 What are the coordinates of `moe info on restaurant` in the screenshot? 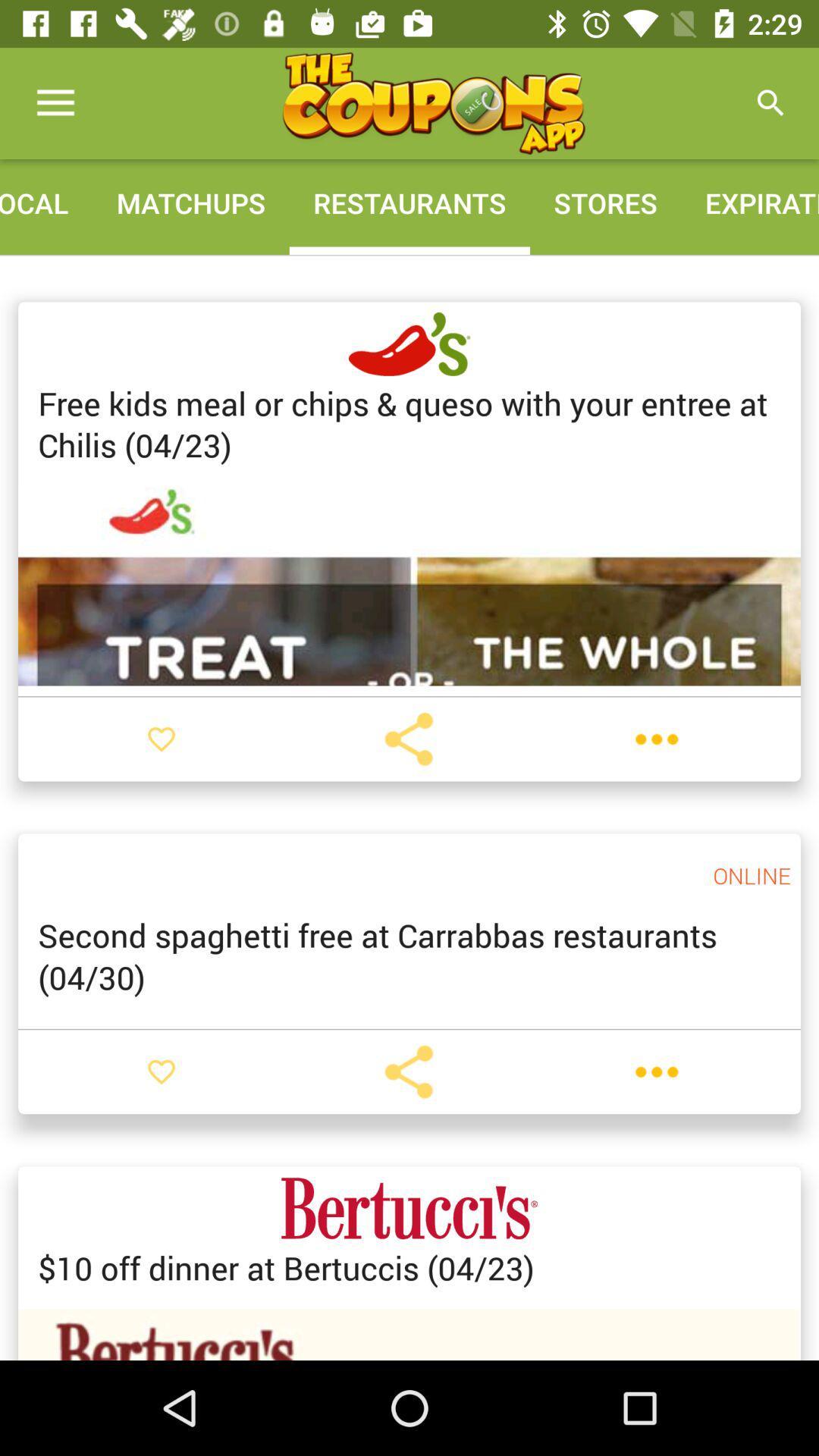 It's located at (656, 1071).